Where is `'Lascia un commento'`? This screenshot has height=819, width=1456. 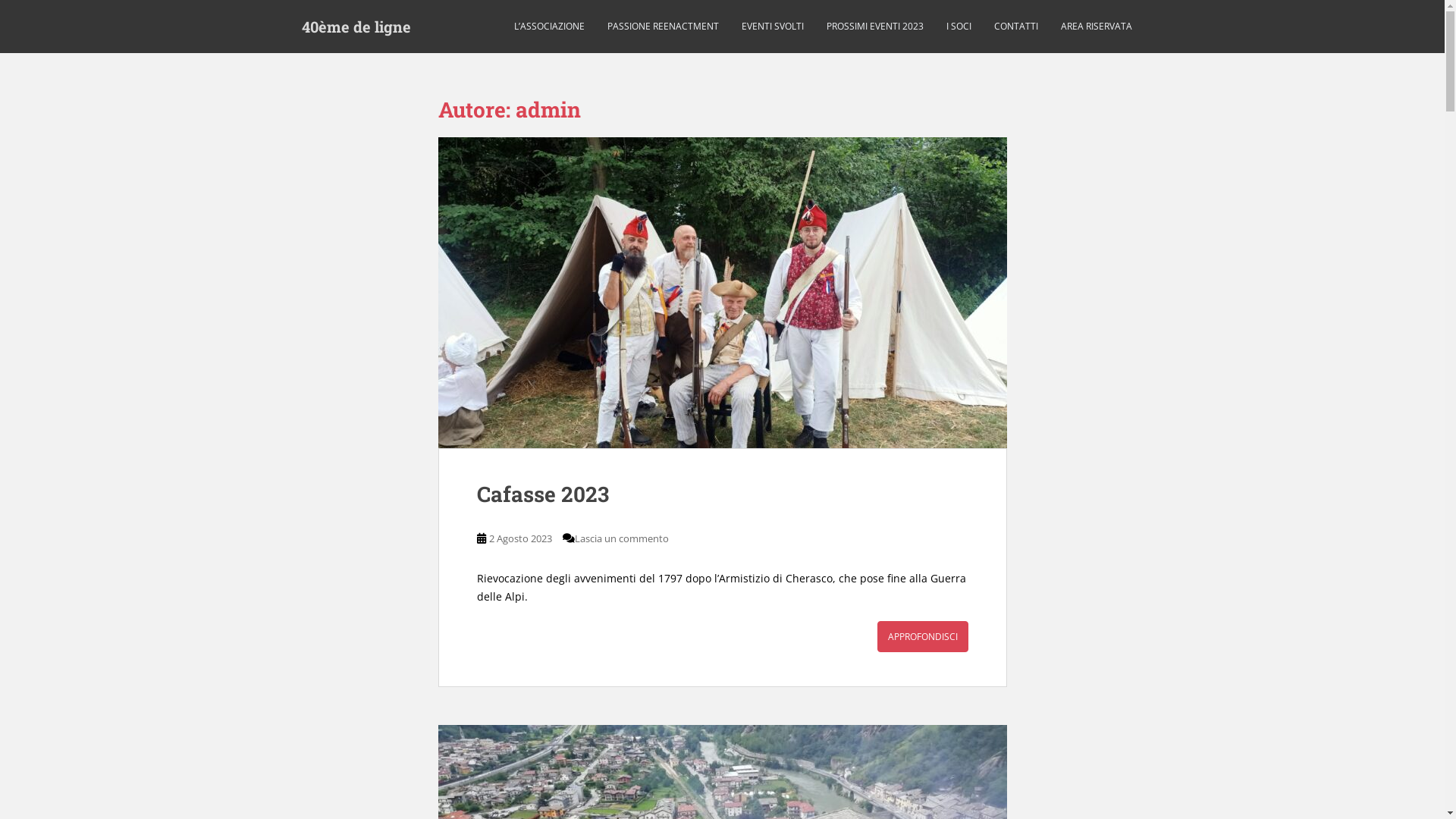 'Lascia un commento' is located at coordinates (622, 537).